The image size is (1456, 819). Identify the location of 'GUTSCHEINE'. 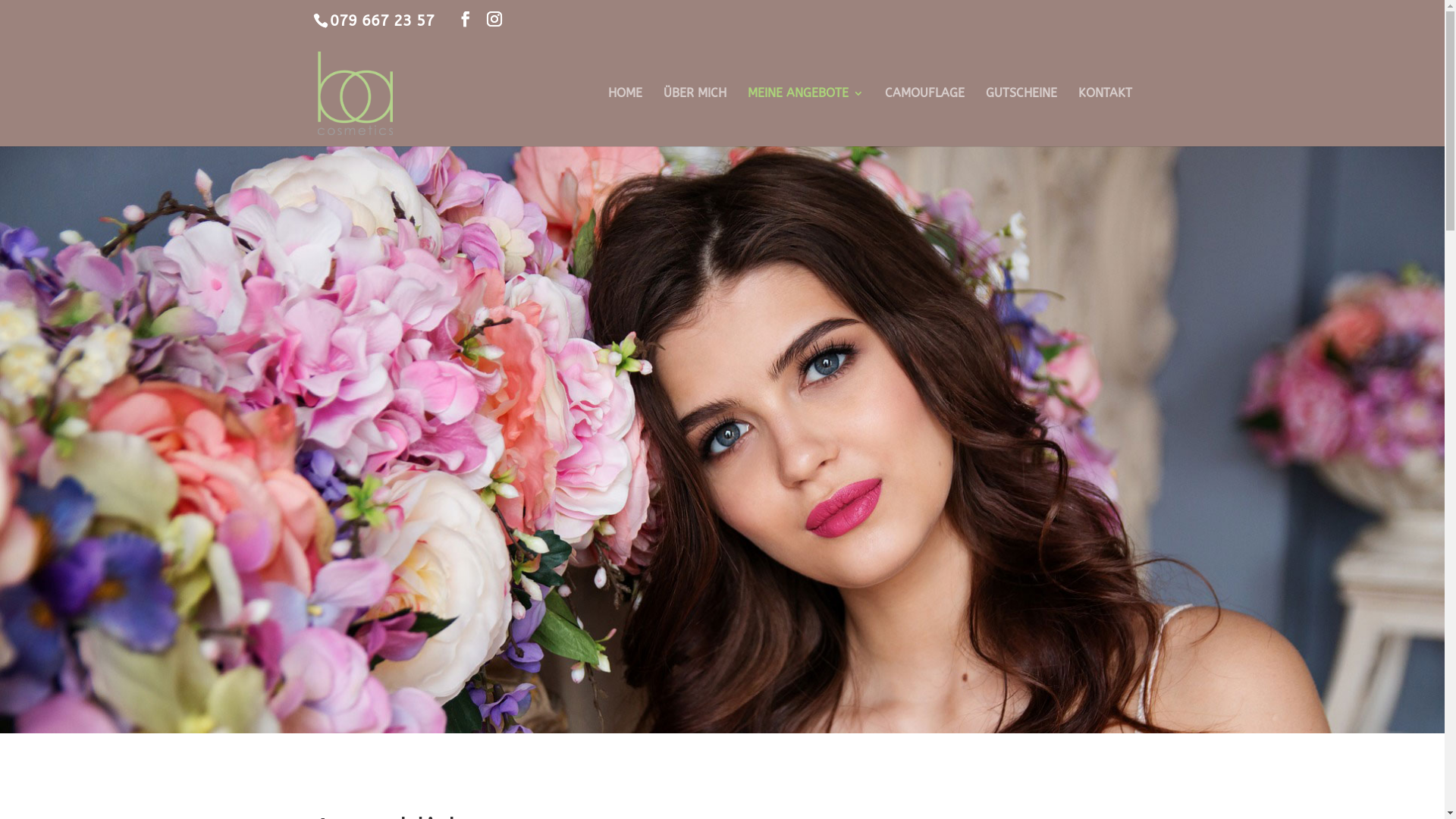
(1021, 116).